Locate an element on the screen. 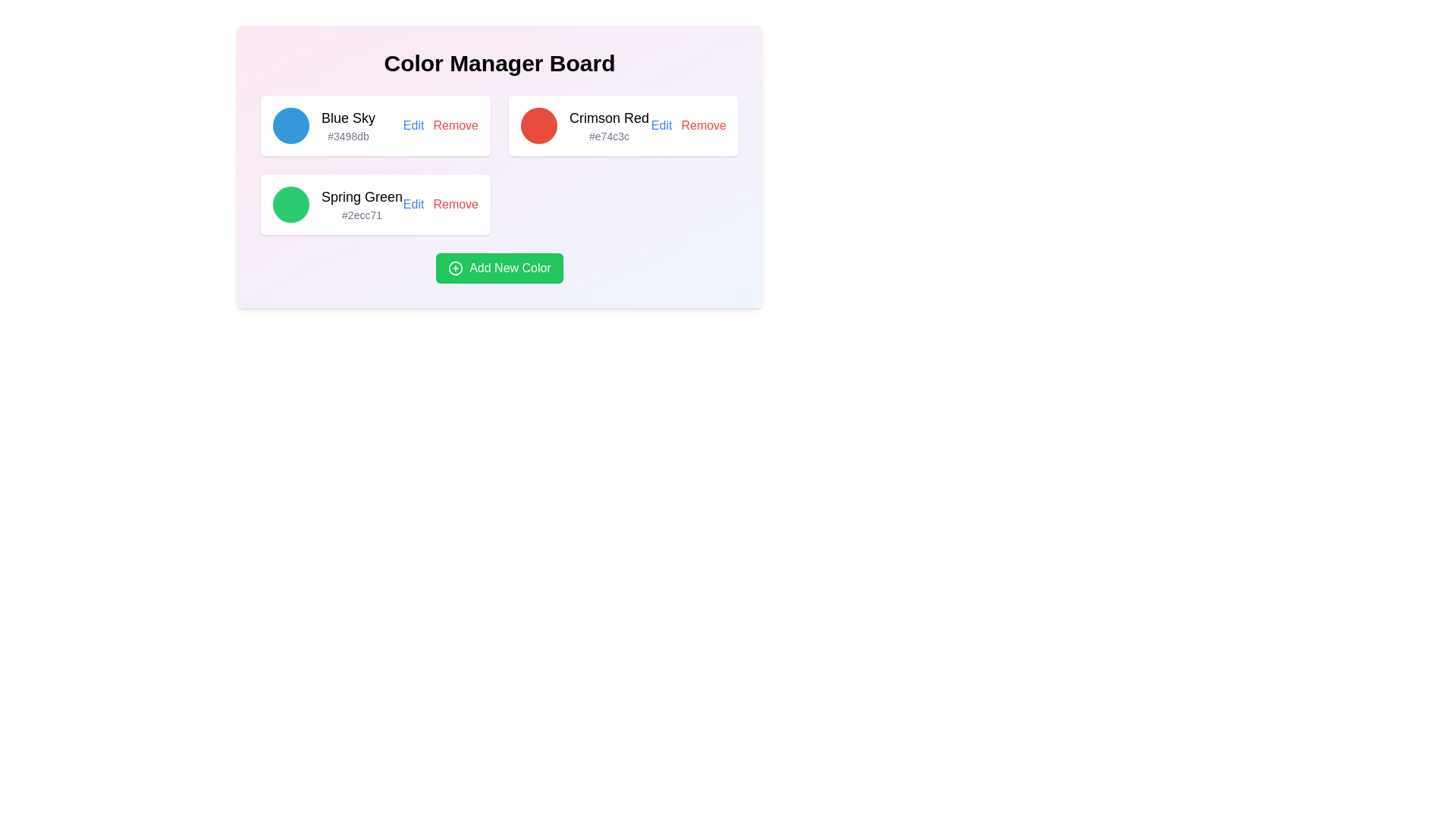 Image resolution: width=1456 pixels, height=819 pixels. the second color entry labeled 'Color entry with text and circular icon' in the Color Manager Board is located at coordinates (584, 124).